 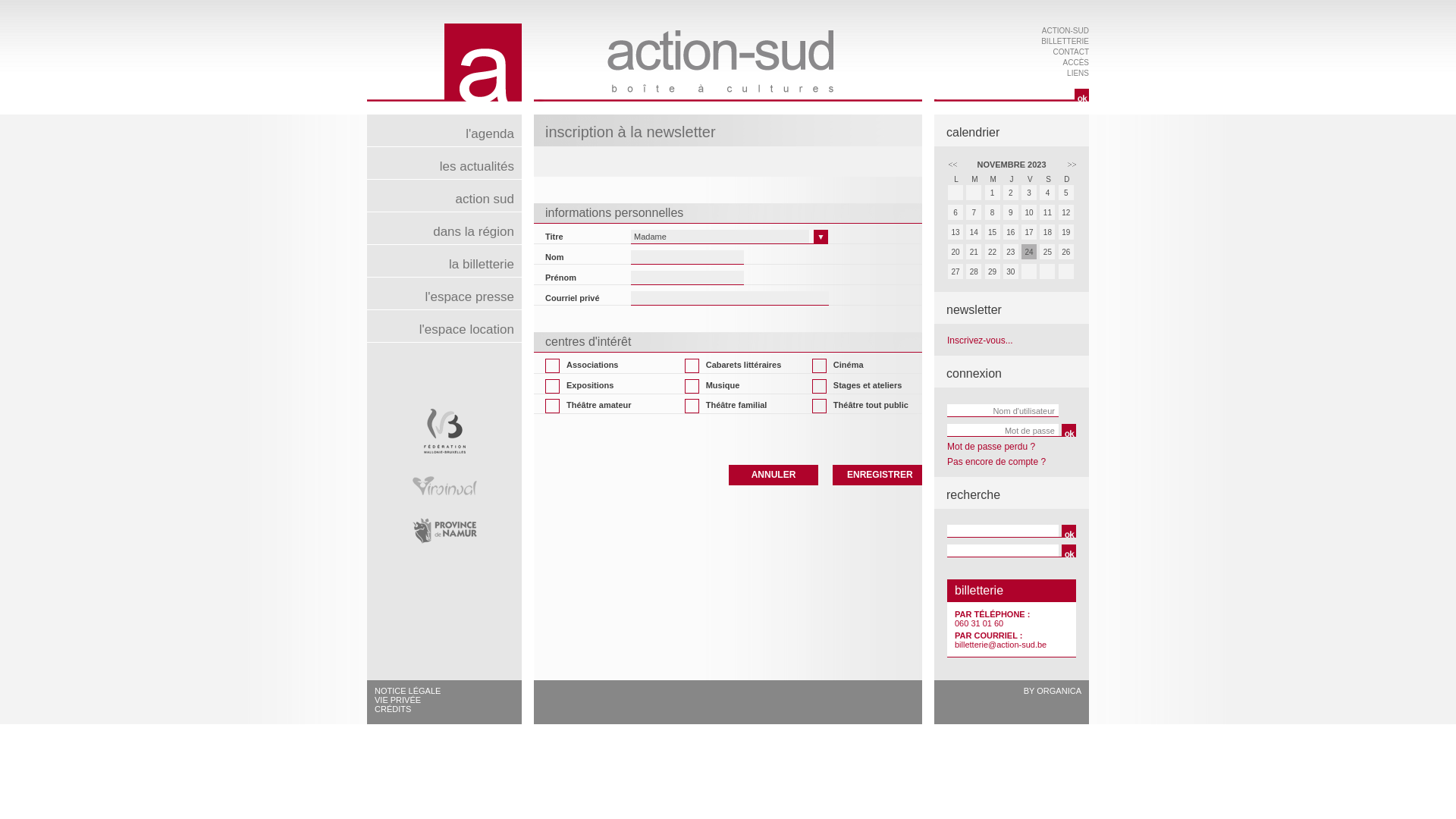 I want to click on '24', so click(x=1029, y=250).